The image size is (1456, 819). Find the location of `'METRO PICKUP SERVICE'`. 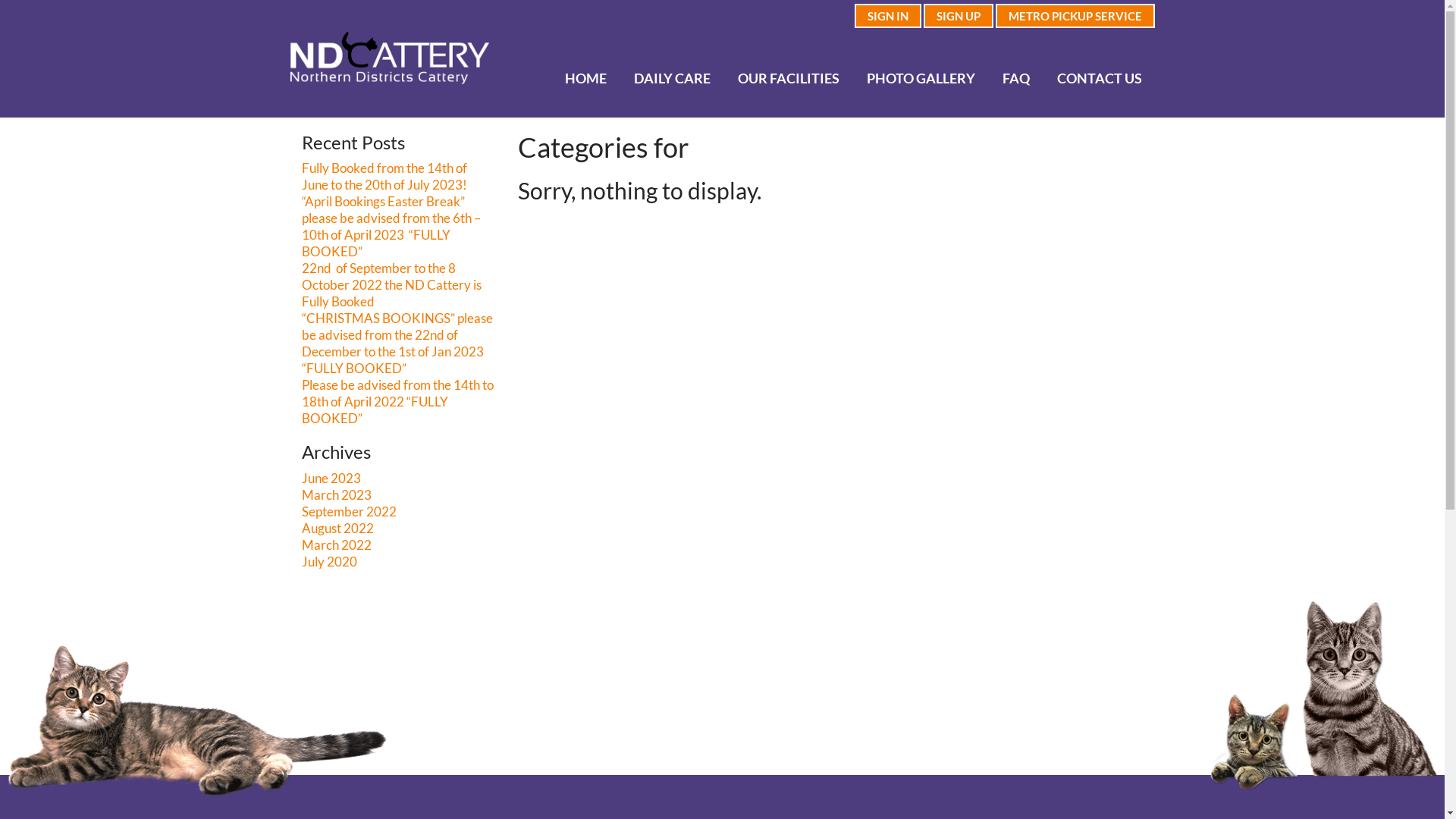

'METRO PICKUP SERVICE' is located at coordinates (1073, 15).